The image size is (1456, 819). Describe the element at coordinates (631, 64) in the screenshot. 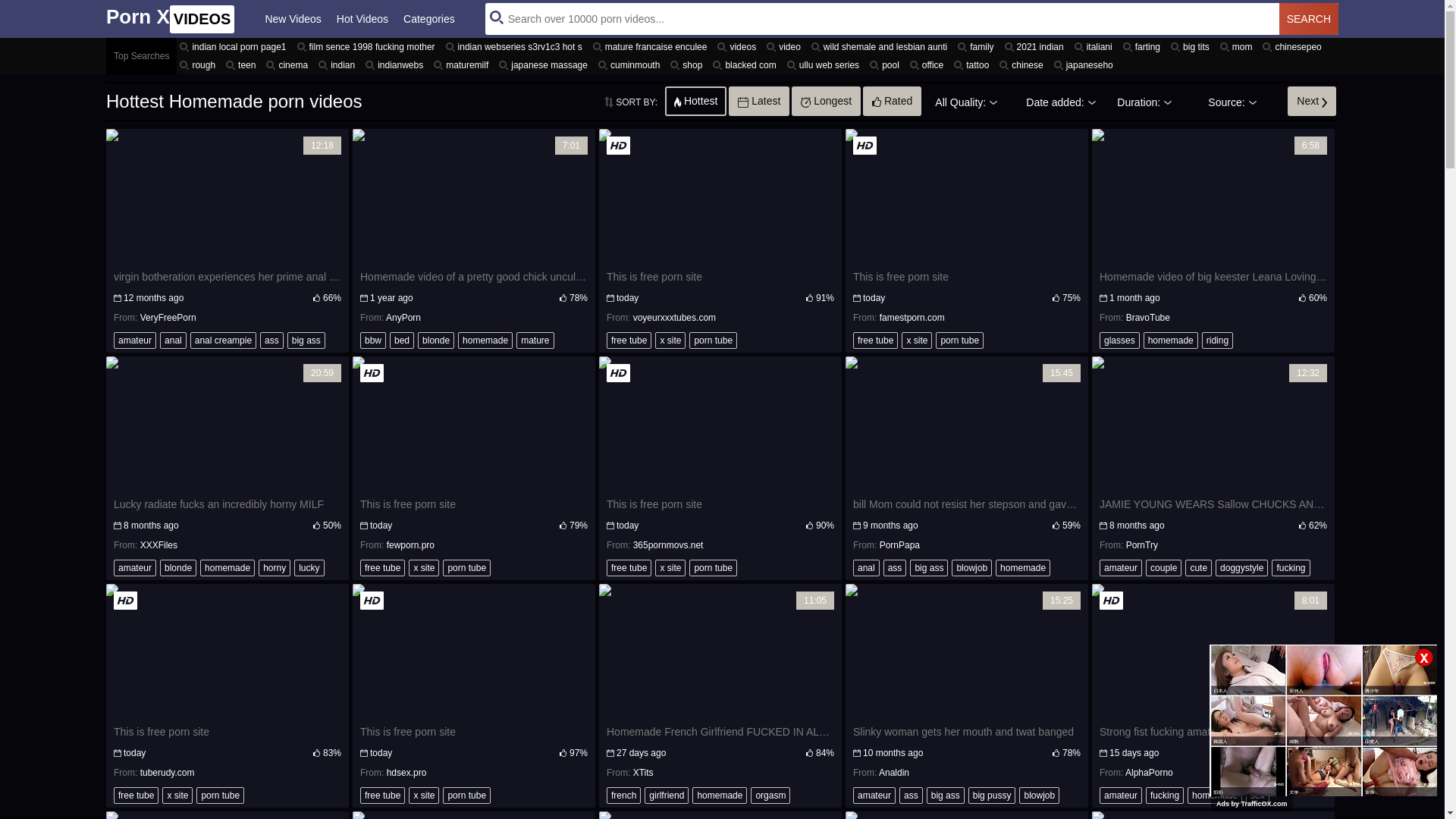

I see `'cuminmouth'` at that location.